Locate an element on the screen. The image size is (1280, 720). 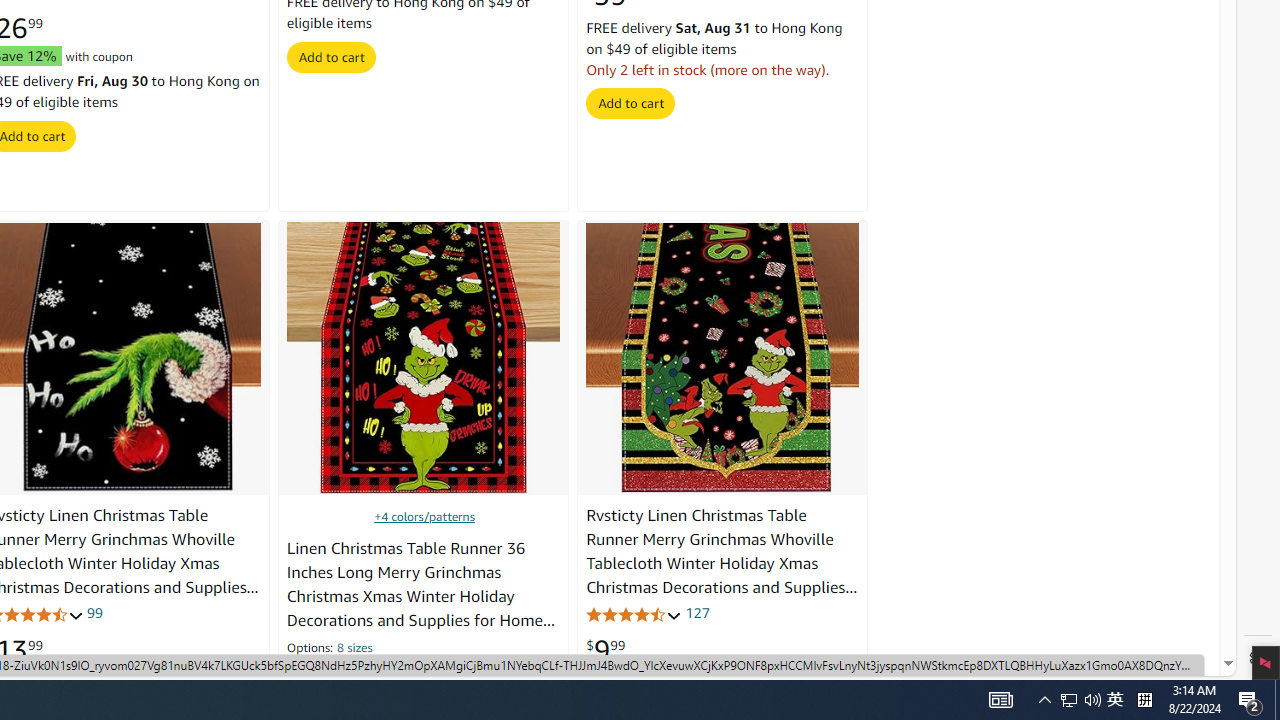
'+4 colors/patterns' is located at coordinates (423, 515).